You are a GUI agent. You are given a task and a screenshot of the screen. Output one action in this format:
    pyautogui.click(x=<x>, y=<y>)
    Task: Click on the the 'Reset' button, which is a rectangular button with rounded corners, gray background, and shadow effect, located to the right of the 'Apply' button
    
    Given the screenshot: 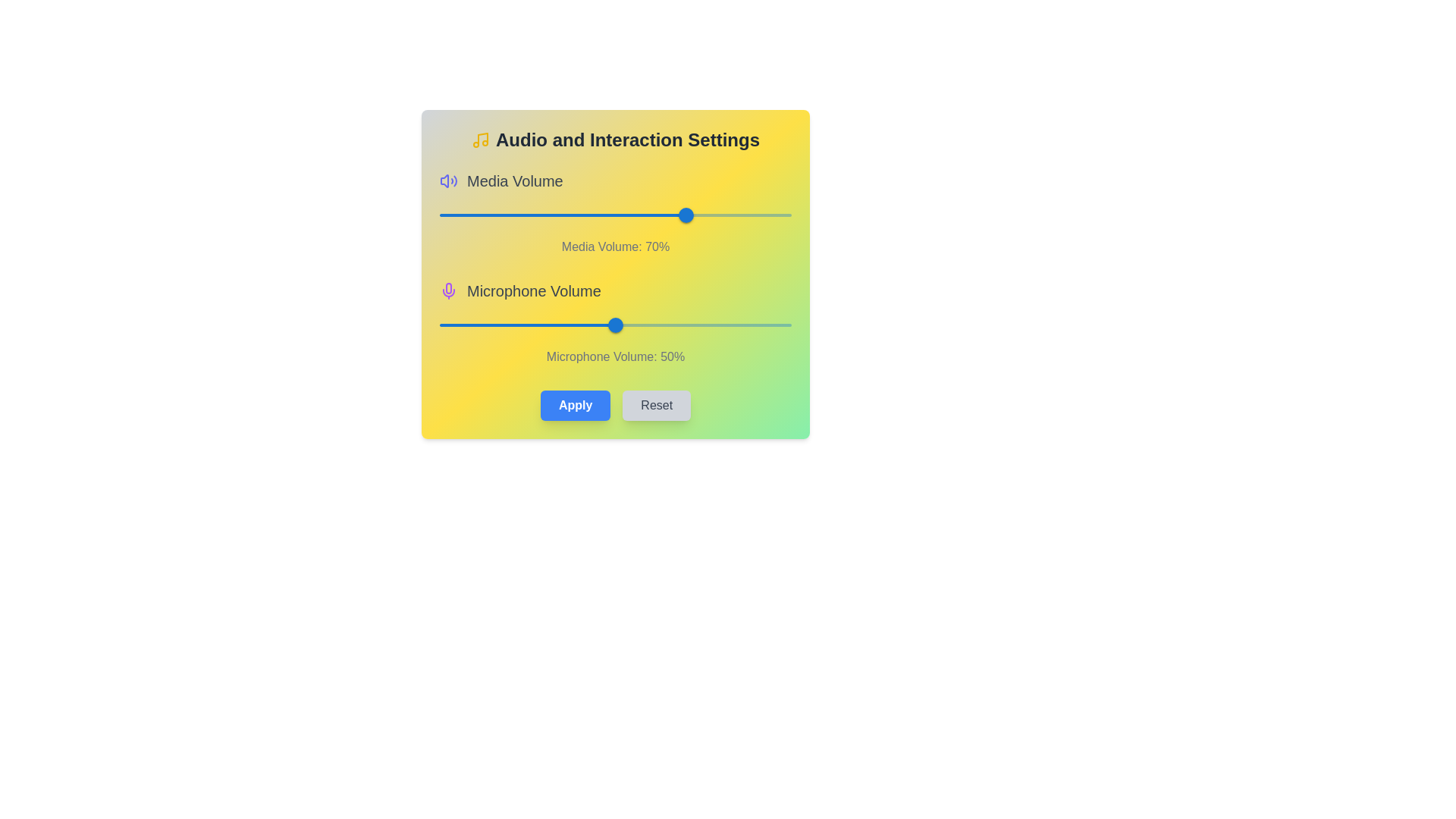 What is the action you would take?
    pyautogui.click(x=657, y=405)
    